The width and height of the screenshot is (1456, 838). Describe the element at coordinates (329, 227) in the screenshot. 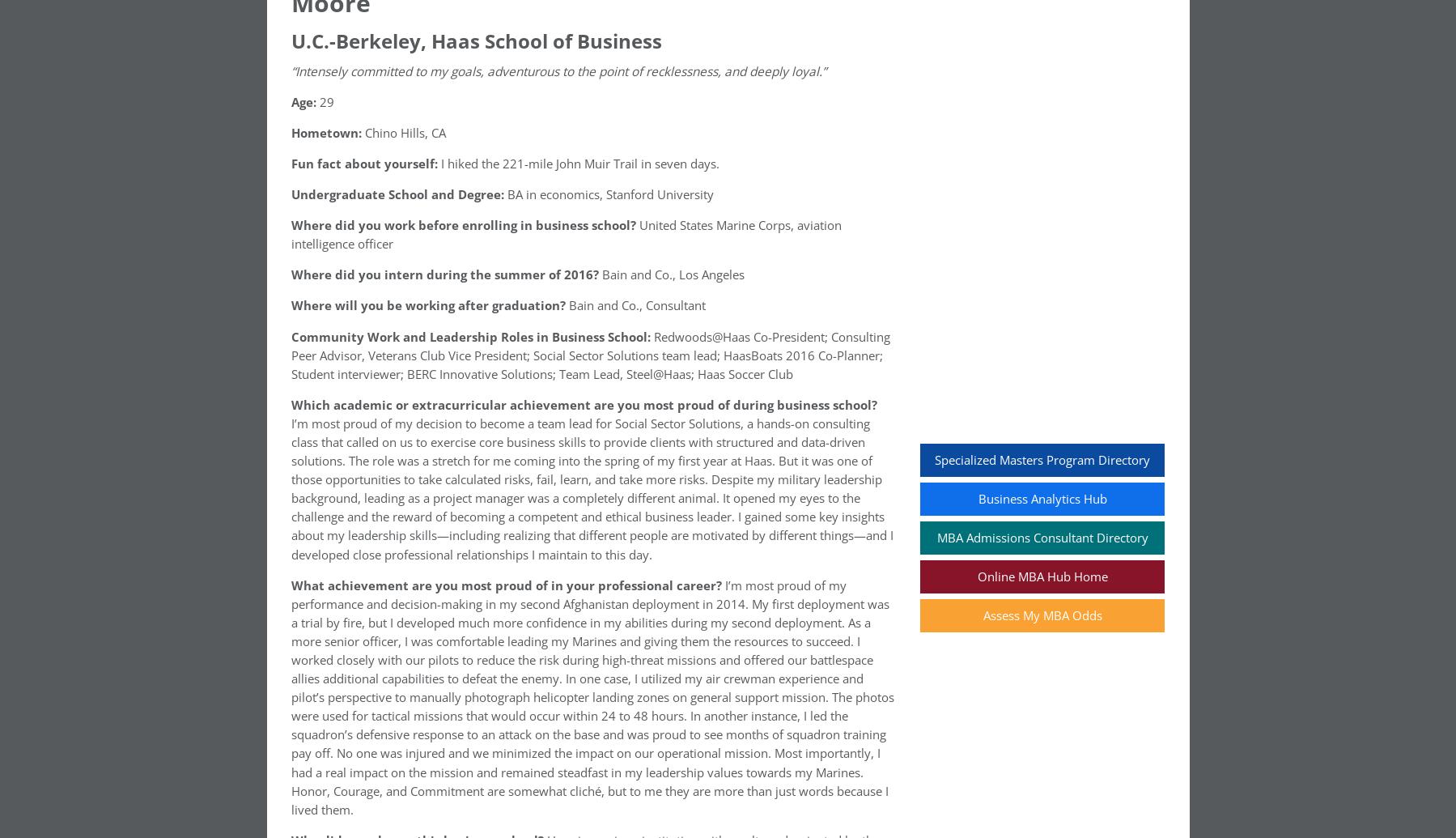

I see `'DON’T MISS:'` at that location.